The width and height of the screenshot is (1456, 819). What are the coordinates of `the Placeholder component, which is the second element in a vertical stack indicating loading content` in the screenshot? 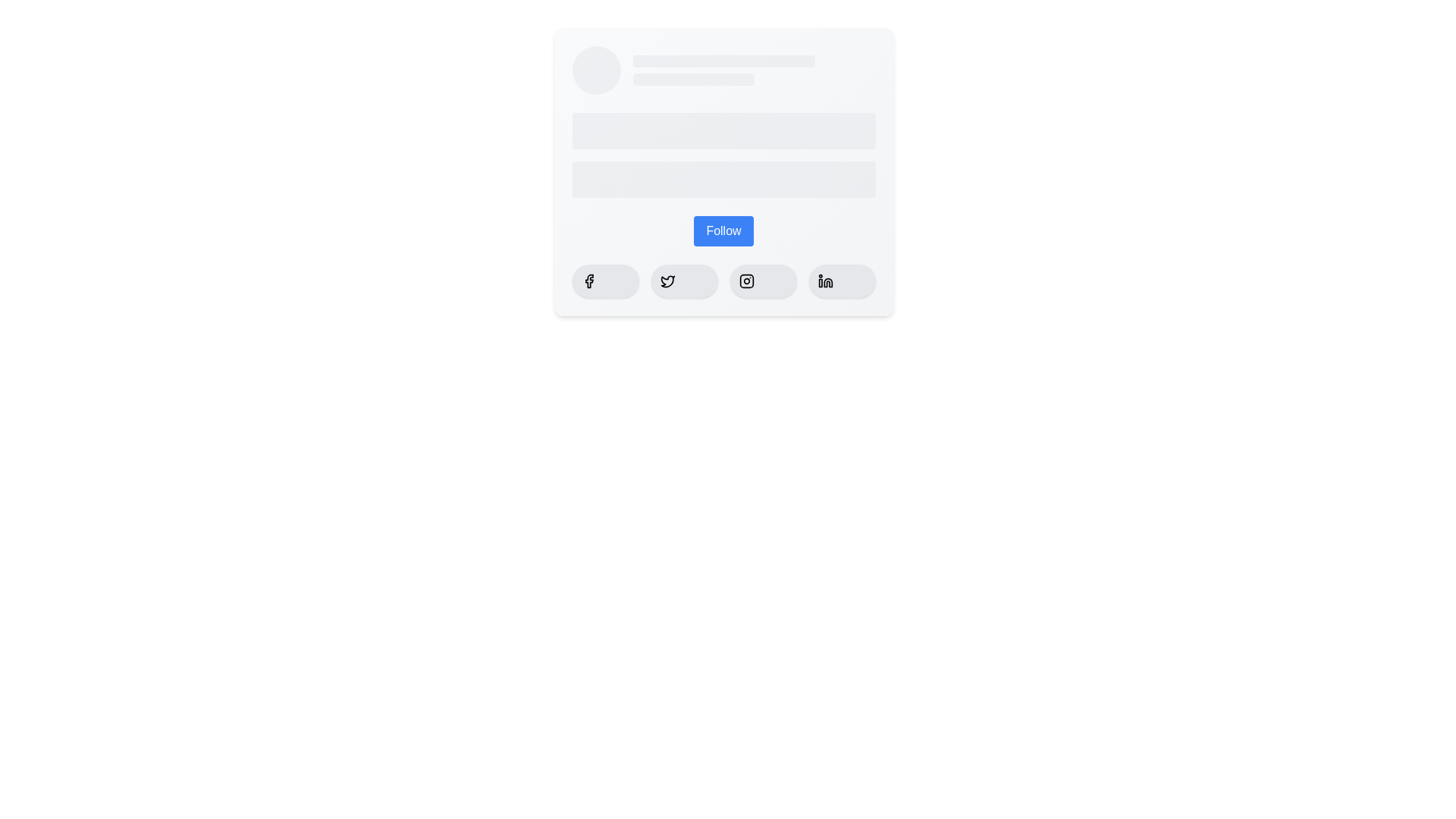 It's located at (723, 178).